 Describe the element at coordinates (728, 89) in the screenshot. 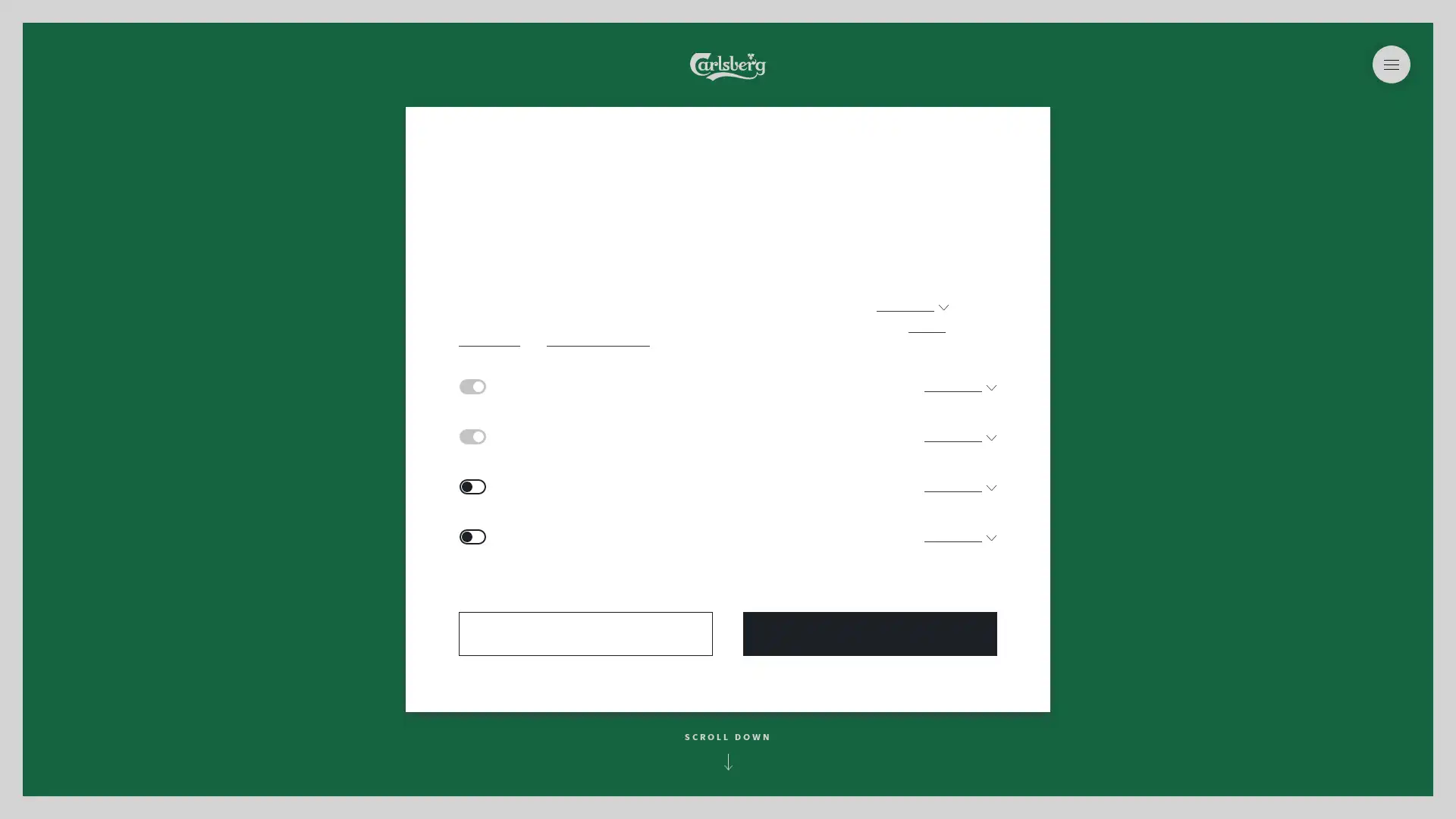

I see `United States of America` at that location.